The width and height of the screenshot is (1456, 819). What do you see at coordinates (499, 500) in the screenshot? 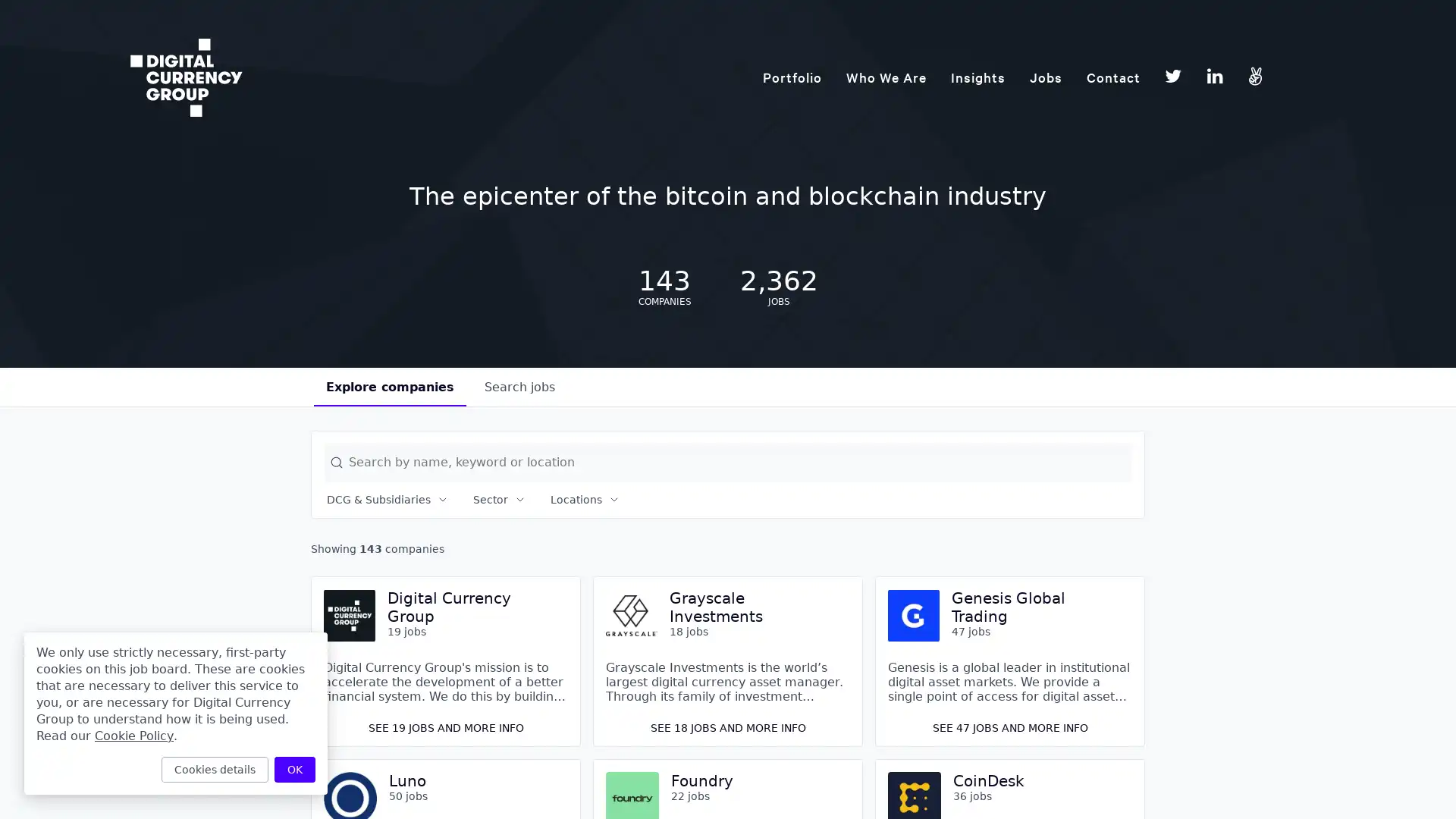
I see `Sector` at bounding box center [499, 500].